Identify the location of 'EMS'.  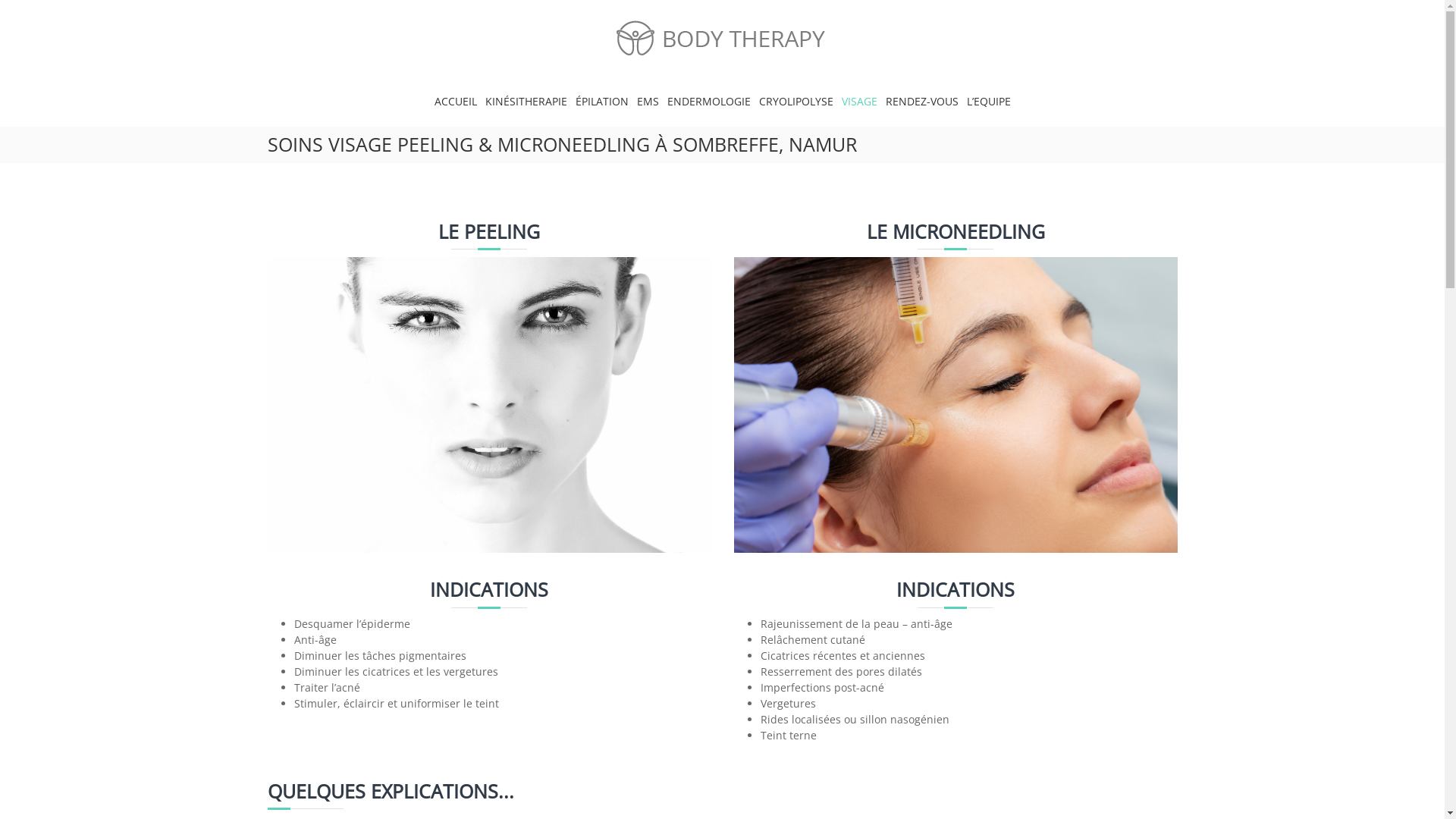
(648, 101).